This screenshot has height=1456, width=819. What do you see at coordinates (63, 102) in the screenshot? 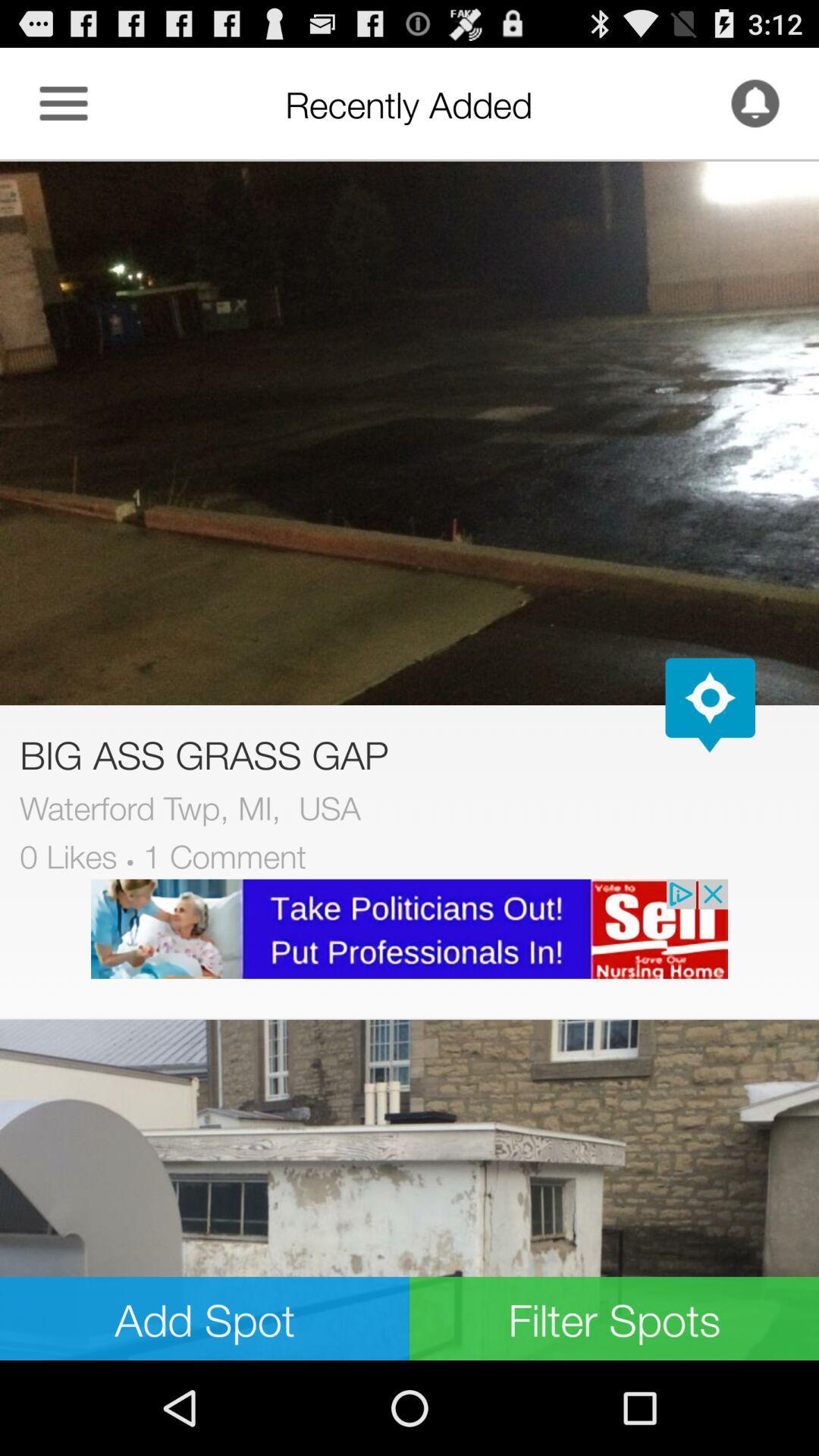
I see `open menu` at bounding box center [63, 102].